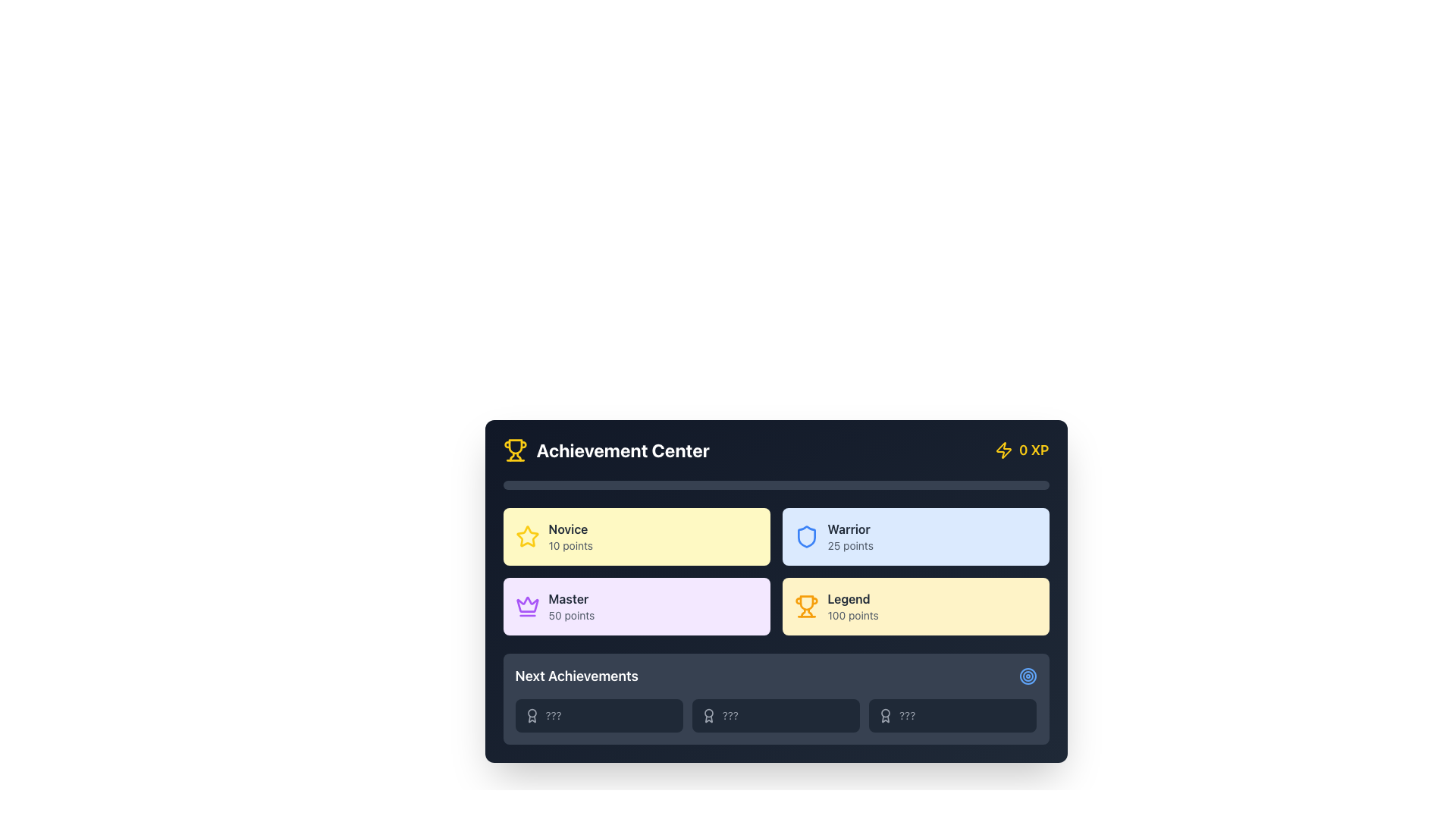  Describe the element at coordinates (853, 616) in the screenshot. I see `the text label displaying the numeric score for the 'Legend' achievement, which is located in the bottom-right segment of the 'Achievement Center'` at that location.